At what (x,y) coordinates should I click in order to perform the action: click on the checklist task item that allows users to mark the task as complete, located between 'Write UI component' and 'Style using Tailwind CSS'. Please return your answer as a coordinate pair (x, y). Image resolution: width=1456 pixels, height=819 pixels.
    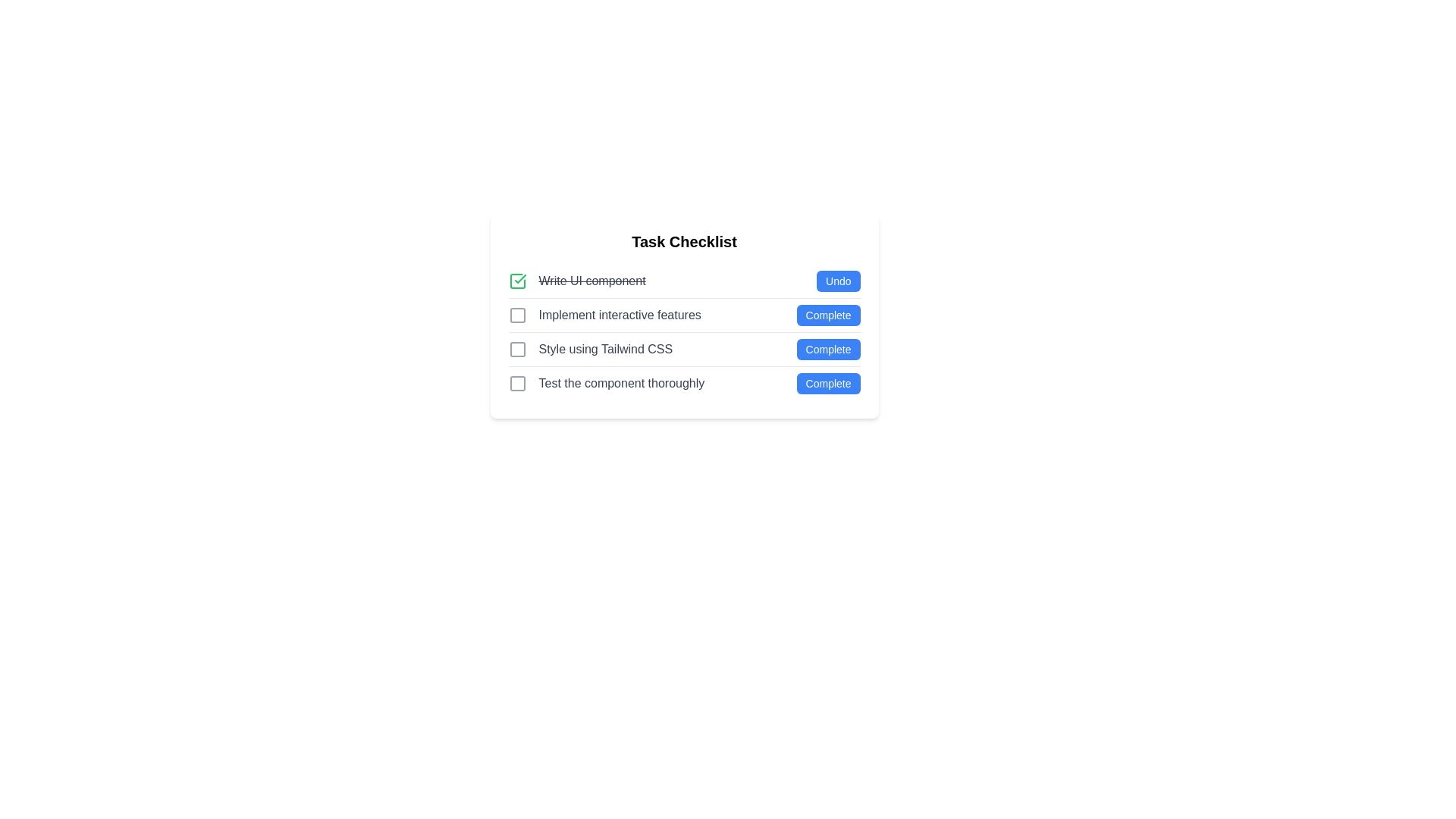
    Looking at the image, I should click on (683, 315).